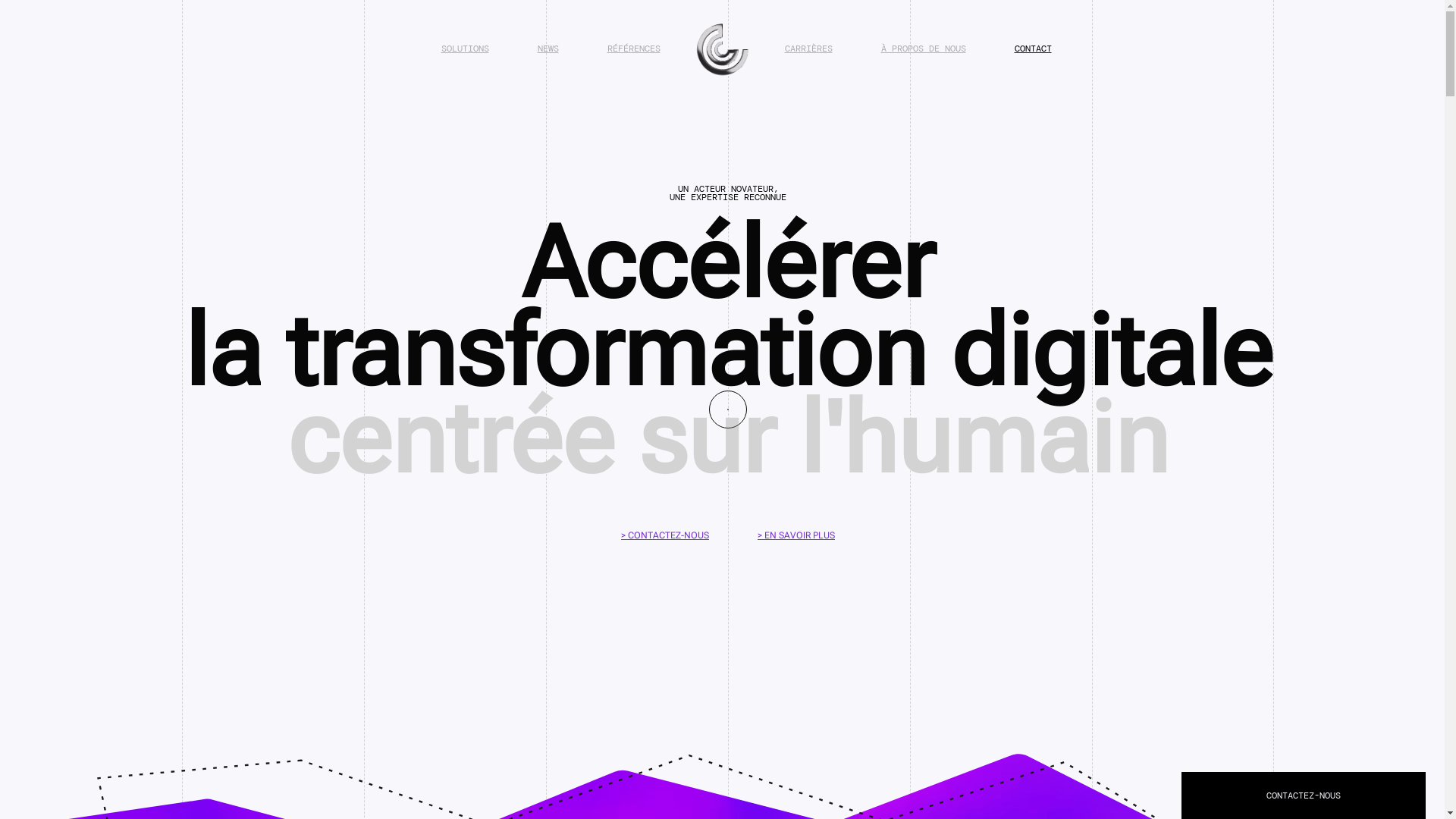 This screenshot has height=819, width=1456. I want to click on 'CONTACT', so click(1032, 48).